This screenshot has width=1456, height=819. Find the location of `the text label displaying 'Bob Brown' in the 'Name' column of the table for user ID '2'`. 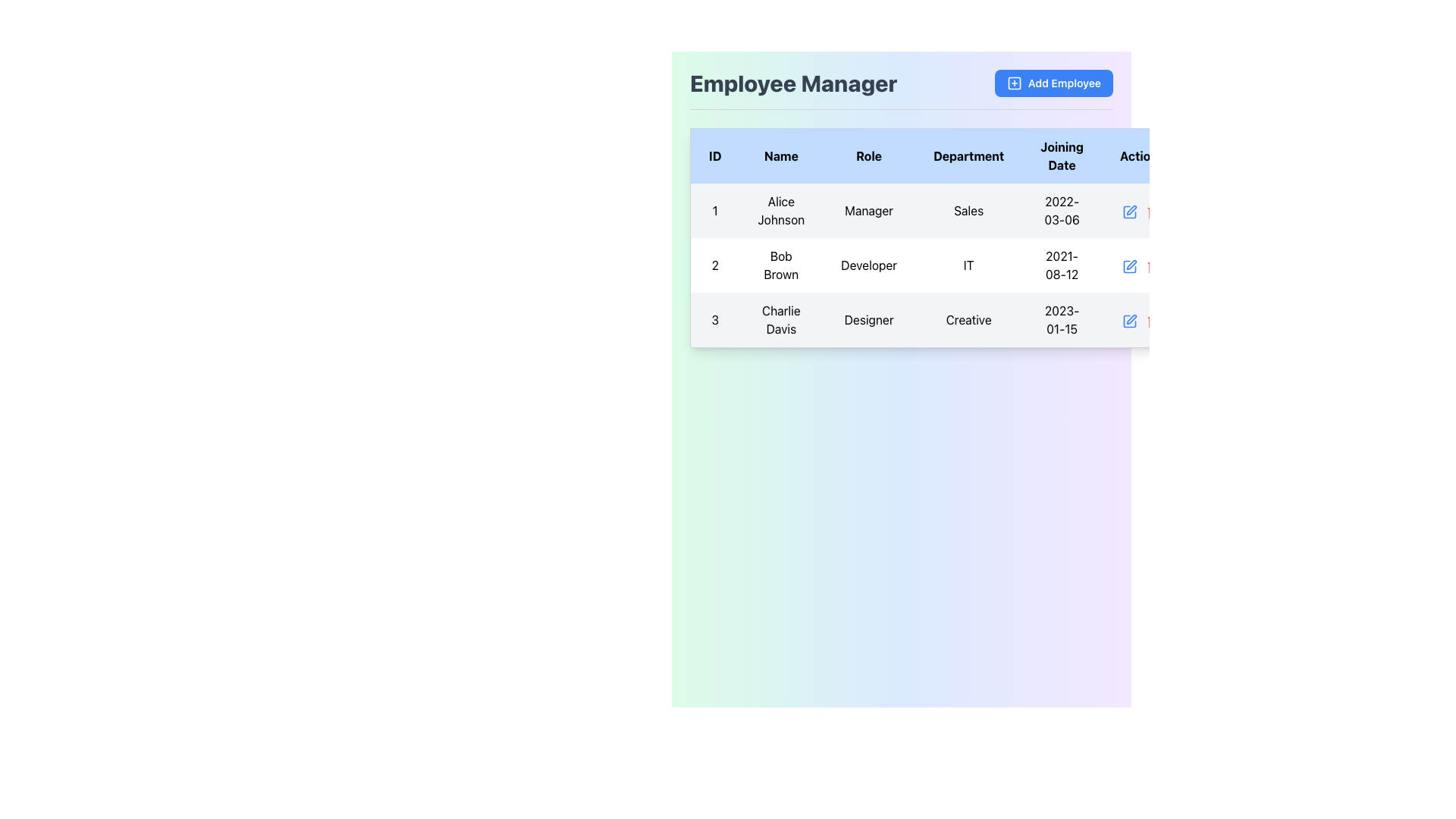

the text label displaying 'Bob Brown' in the 'Name' column of the table for user ID '2' is located at coordinates (781, 265).